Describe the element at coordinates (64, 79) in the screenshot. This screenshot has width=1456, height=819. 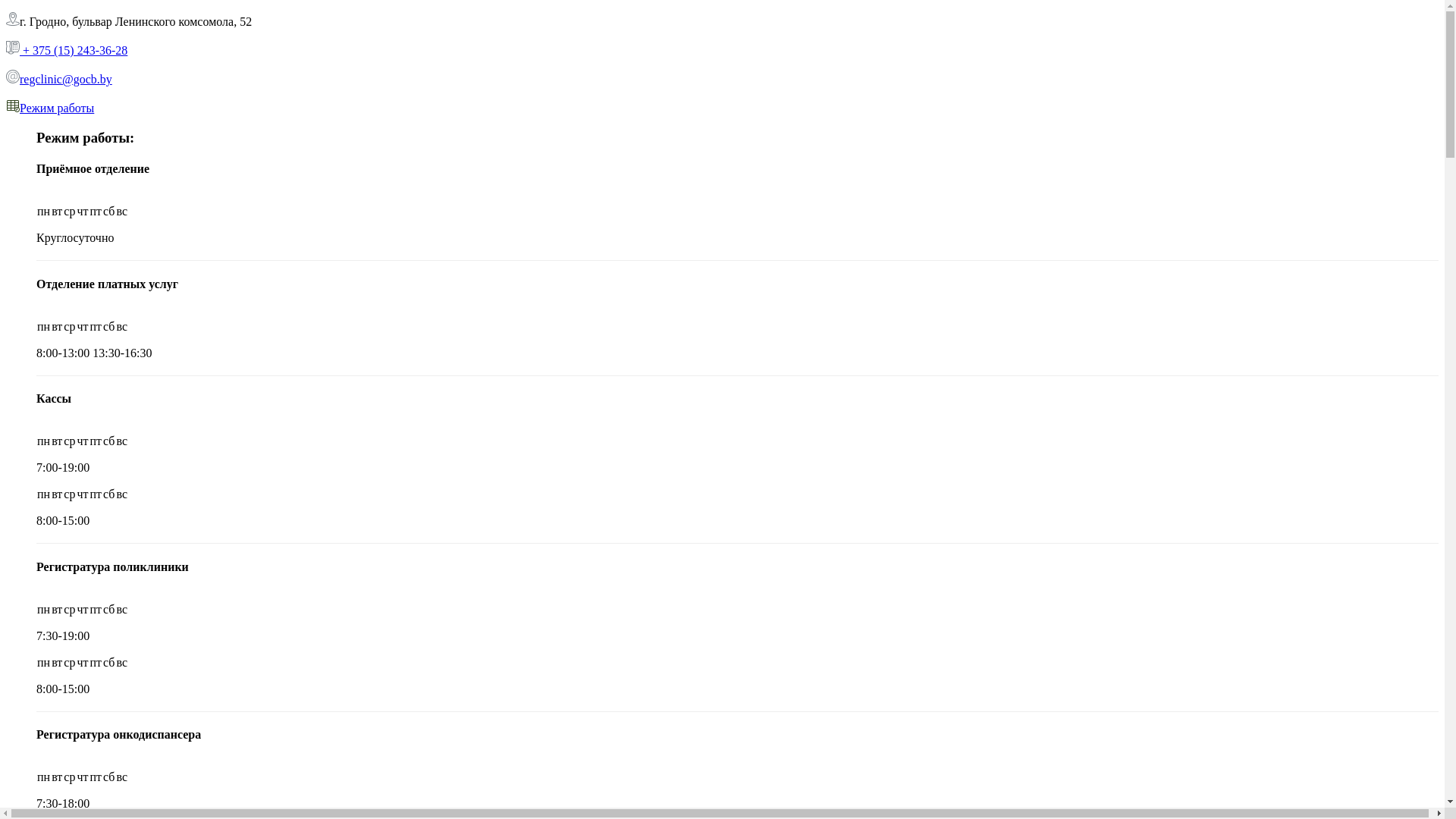
I see `'regclinic@gocb.by'` at that location.